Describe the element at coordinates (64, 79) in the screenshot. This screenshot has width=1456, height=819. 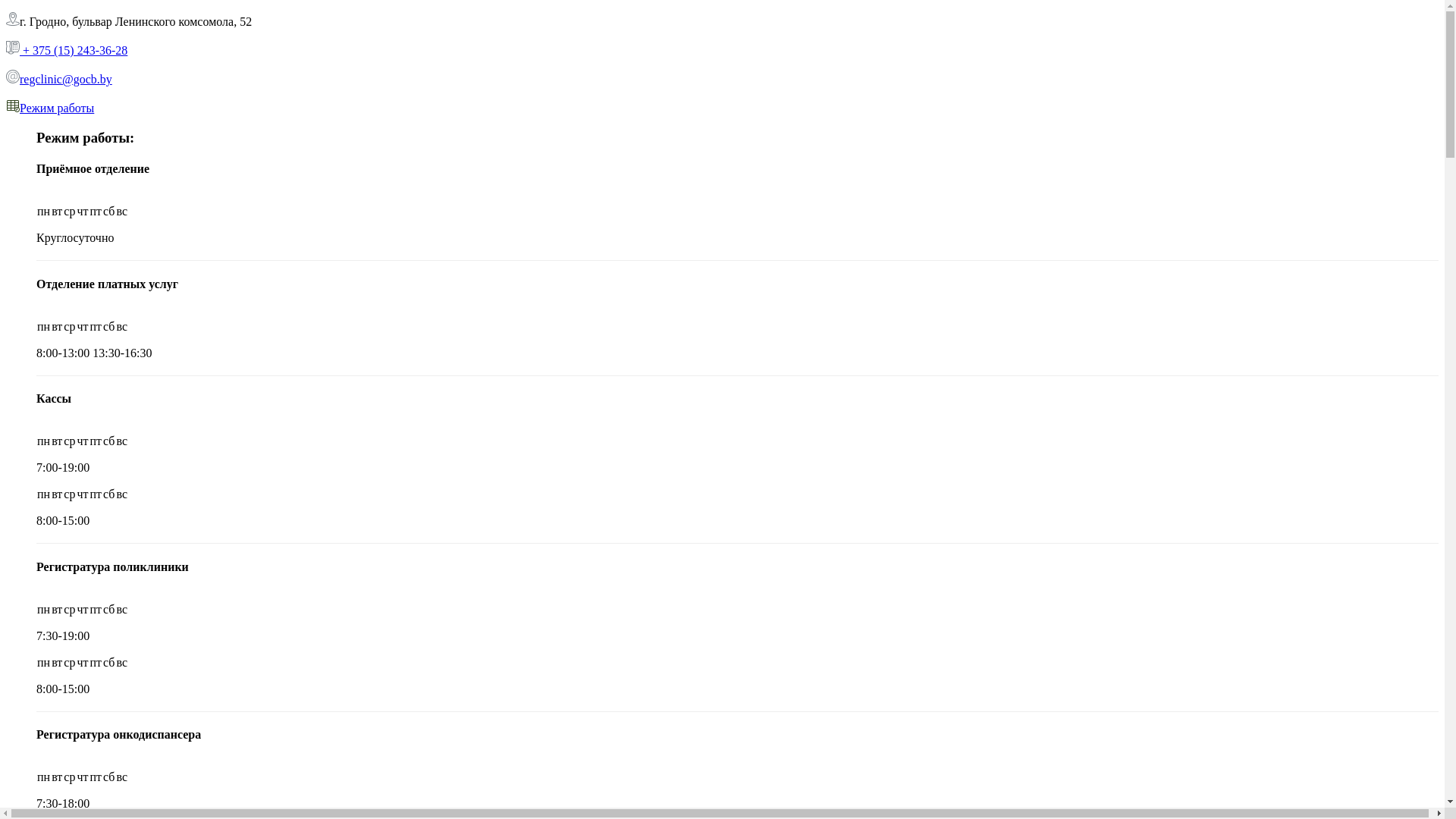
I see `'regclinic@gocb.by'` at that location.